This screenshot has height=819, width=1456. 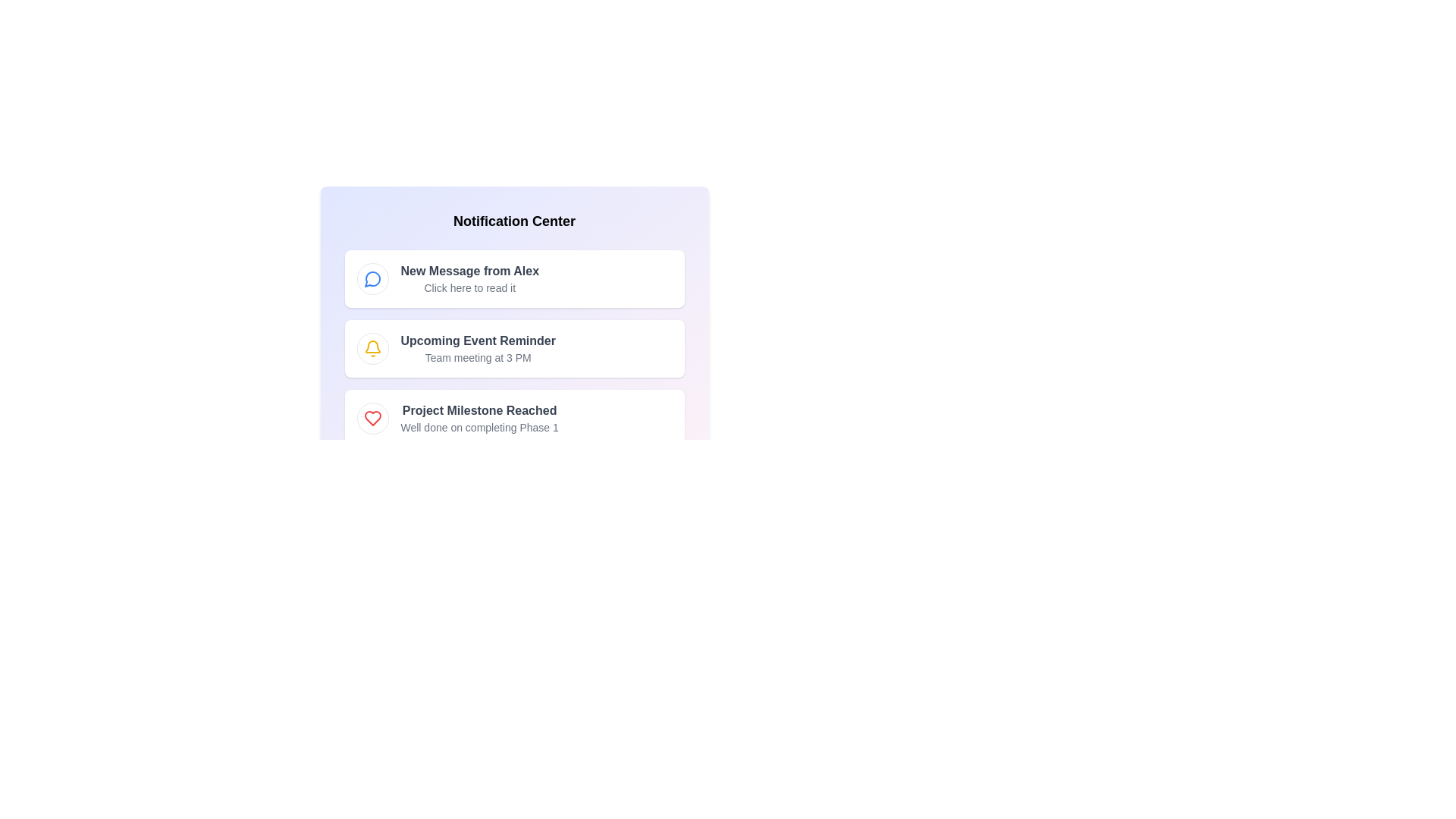 I want to click on the notification icon for Message, so click(x=372, y=278).